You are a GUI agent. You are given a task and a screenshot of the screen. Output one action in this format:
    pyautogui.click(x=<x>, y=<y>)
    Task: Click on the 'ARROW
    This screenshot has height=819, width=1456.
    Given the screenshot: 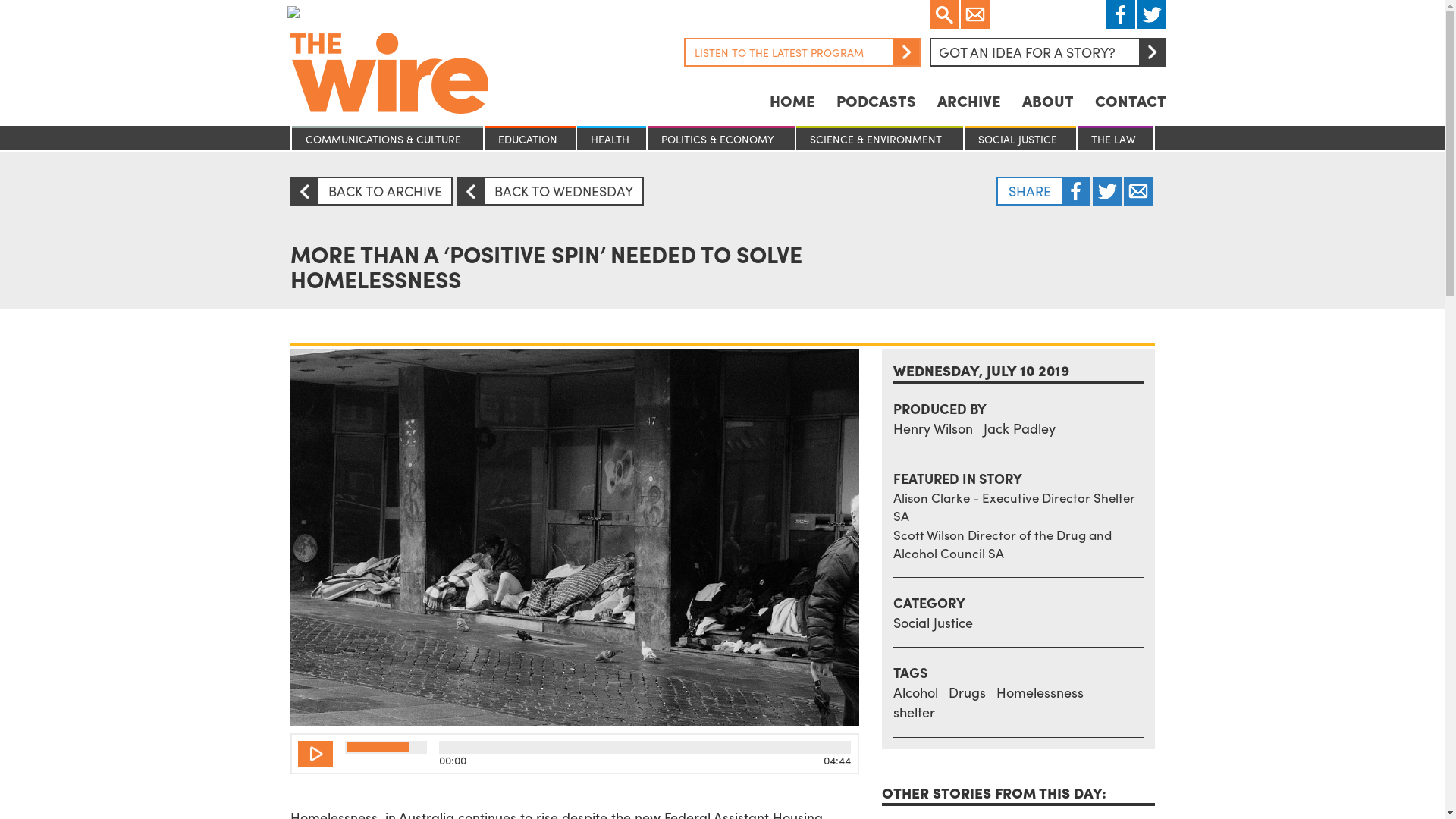 What is the action you would take?
    pyautogui.click(x=371, y=190)
    